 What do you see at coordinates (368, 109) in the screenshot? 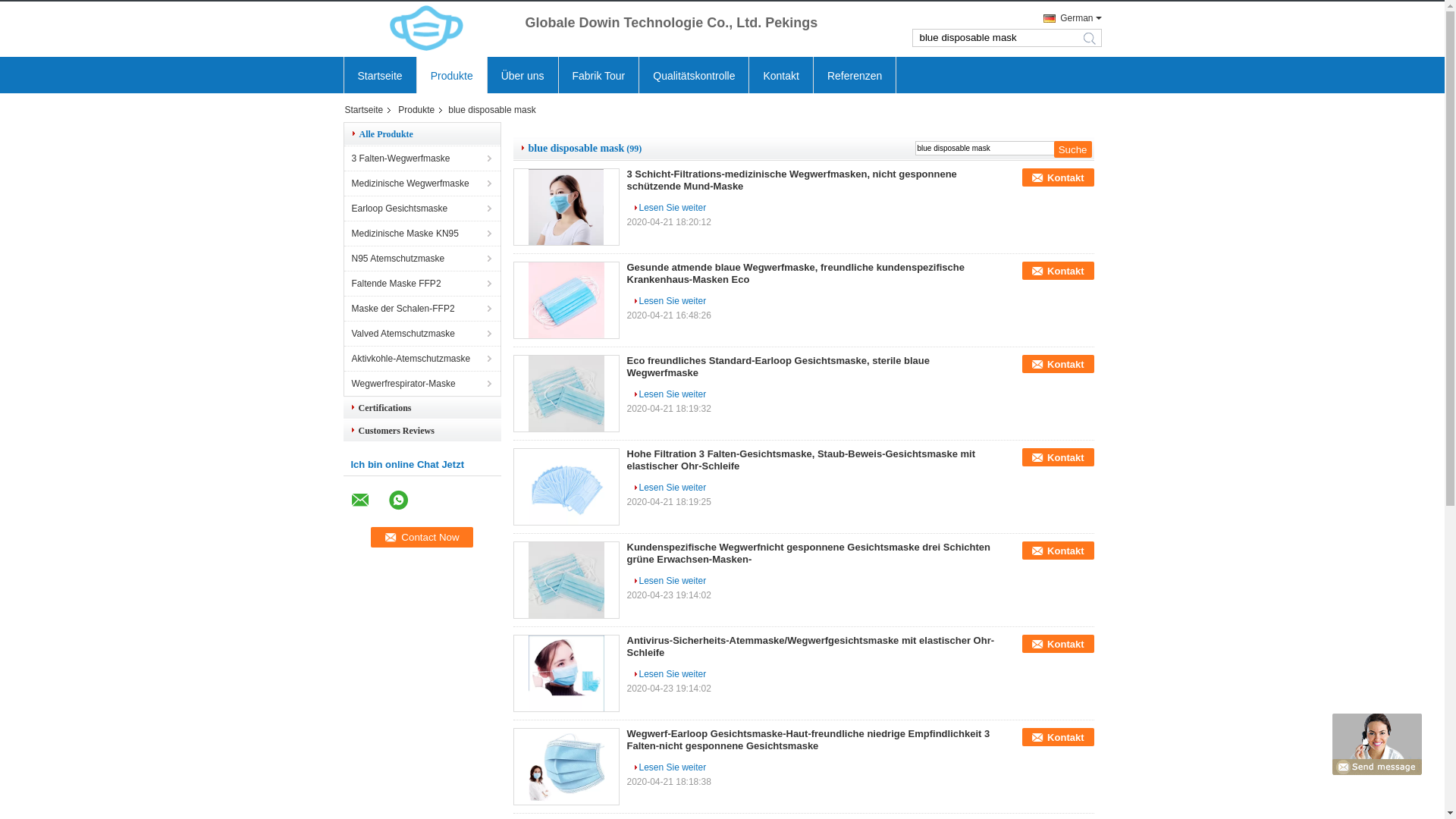
I see `'Startseite'` at bounding box center [368, 109].